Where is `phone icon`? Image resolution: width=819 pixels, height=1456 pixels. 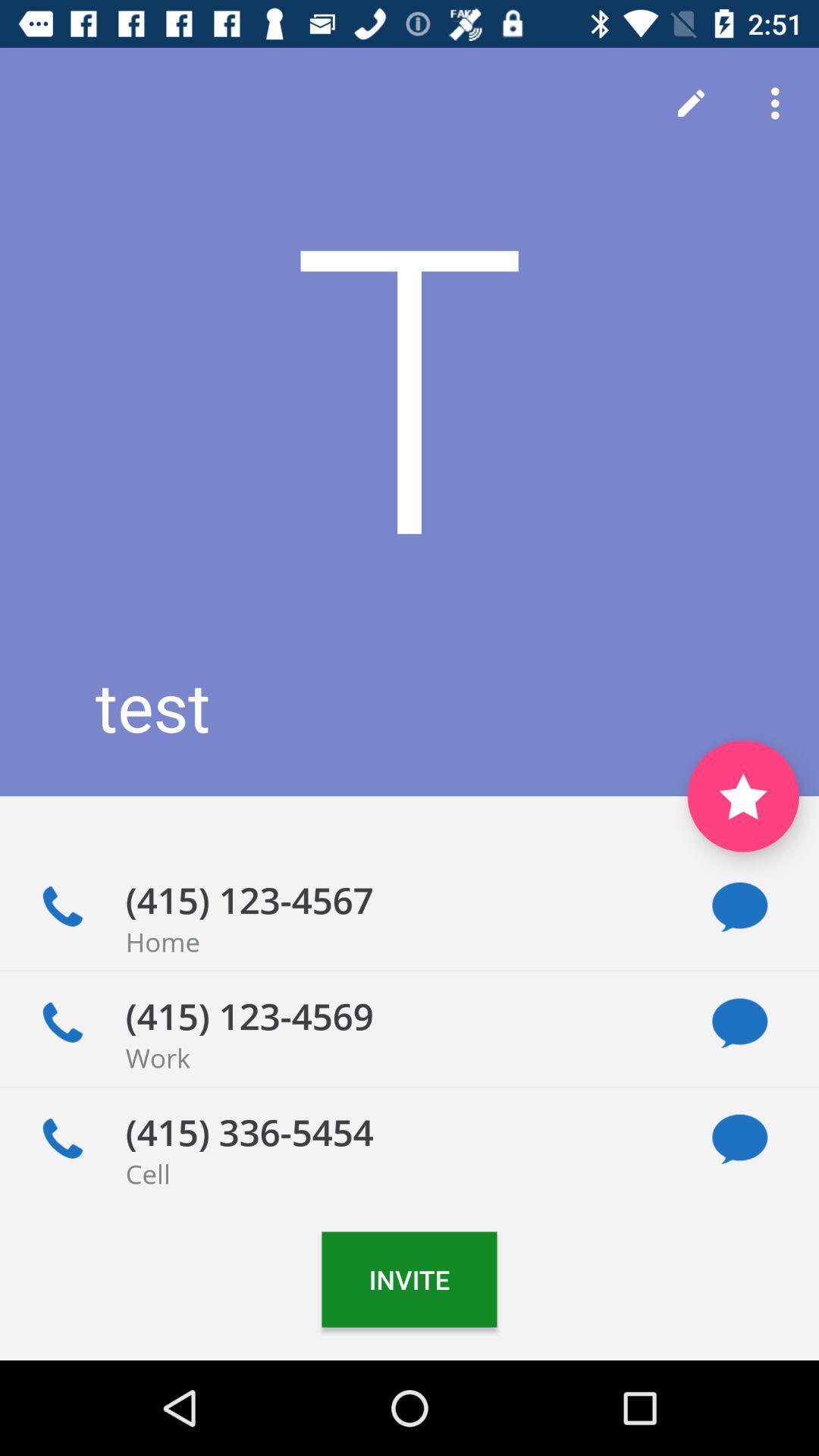
phone icon is located at coordinates (61, 1139).